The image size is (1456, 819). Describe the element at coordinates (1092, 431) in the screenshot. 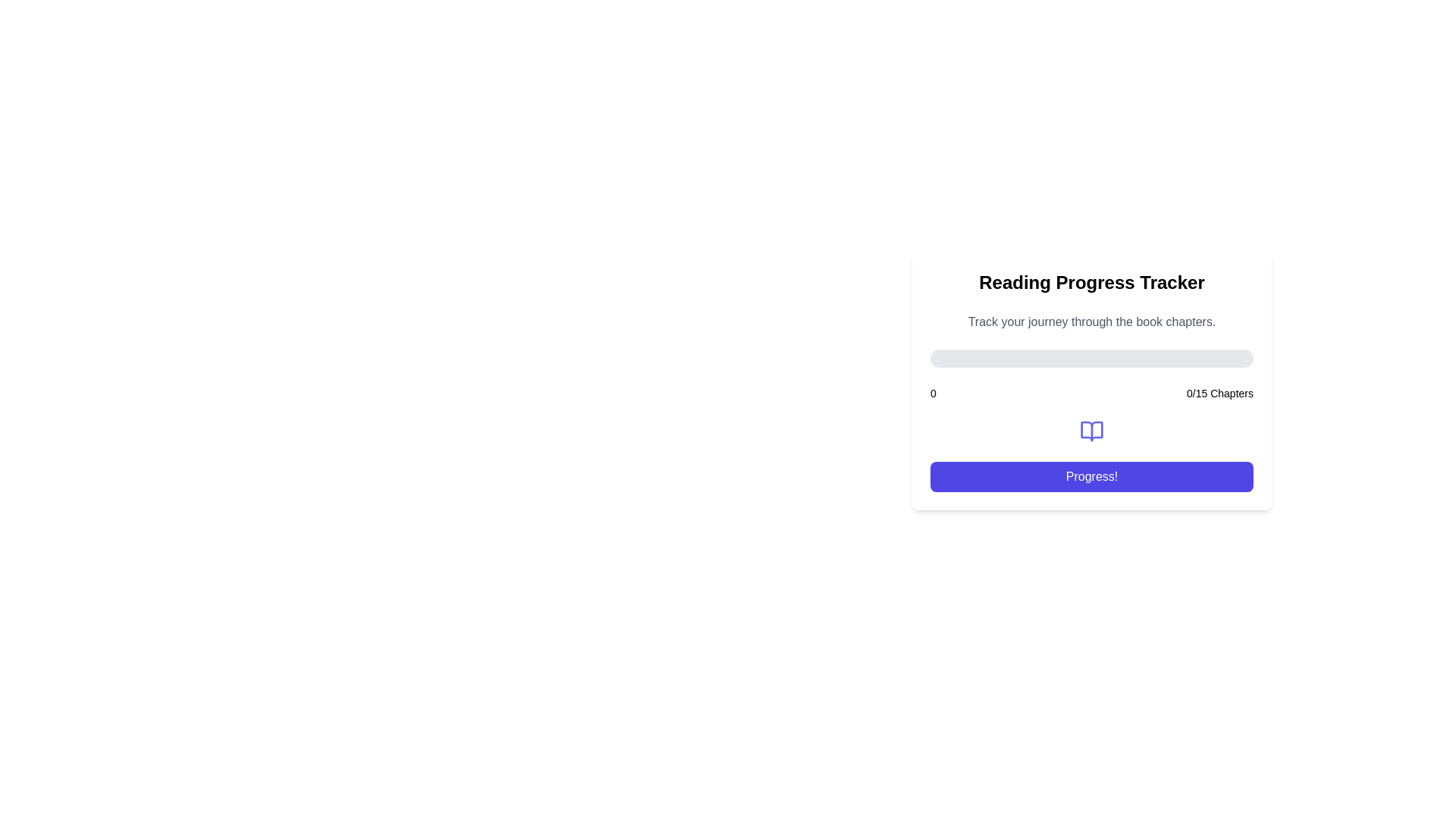

I see `the open book icon, which is purple or indigo in color and located above the 'Progress!' button in the card layout` at that location.